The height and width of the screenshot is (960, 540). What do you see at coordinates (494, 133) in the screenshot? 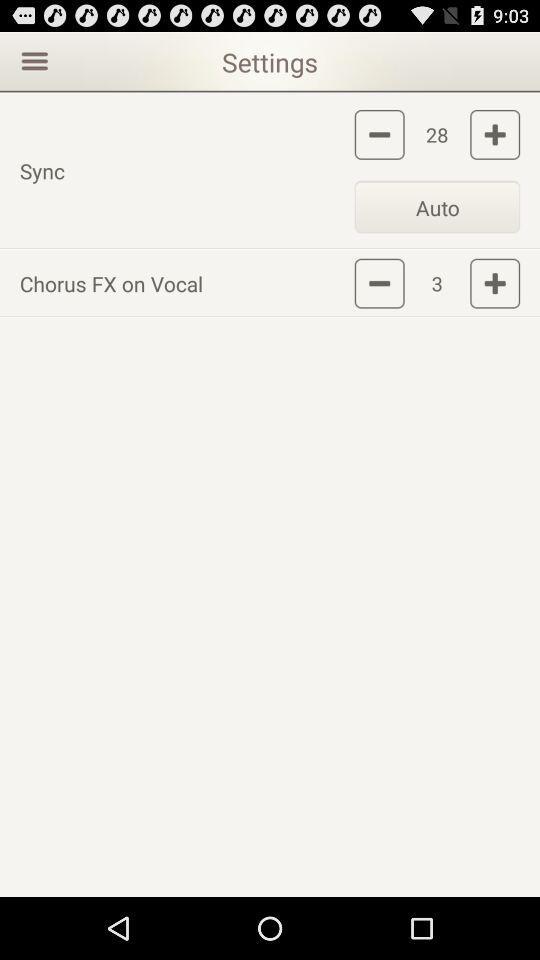
I see `value` at bounding box center [494, 133].